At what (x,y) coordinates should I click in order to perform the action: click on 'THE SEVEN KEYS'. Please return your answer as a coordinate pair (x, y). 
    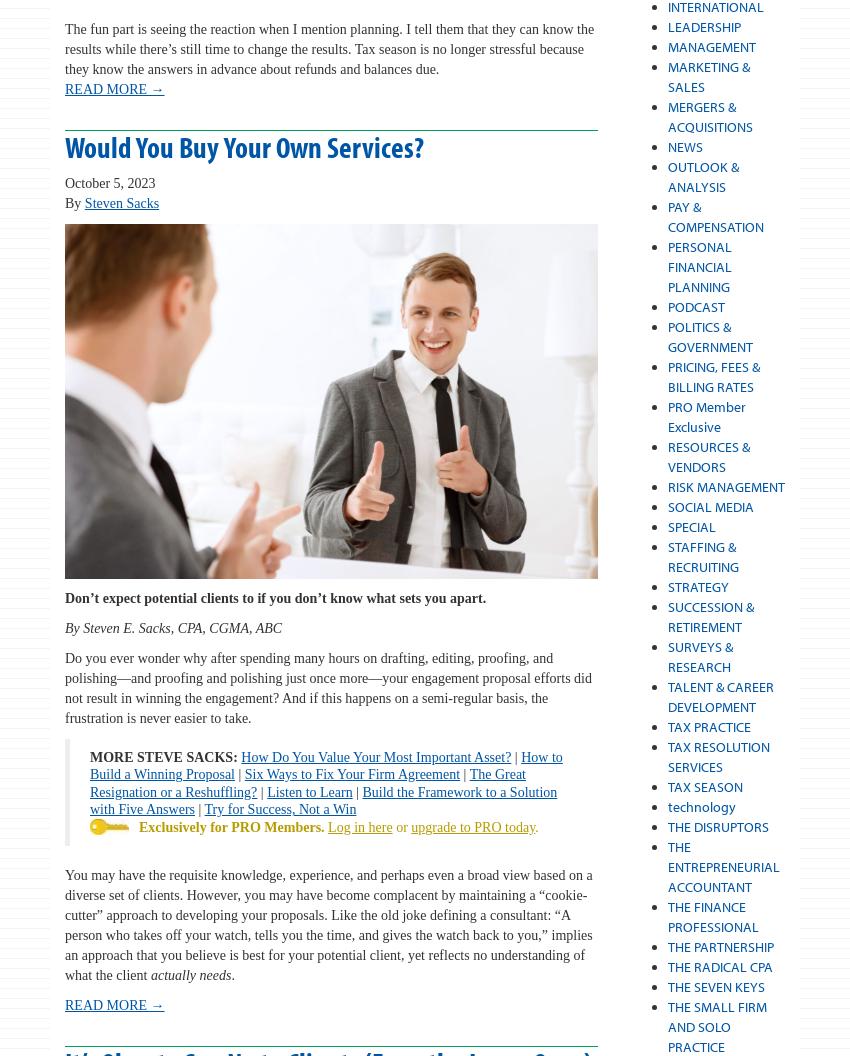
    Looking at the image, I should click on (714, 987).